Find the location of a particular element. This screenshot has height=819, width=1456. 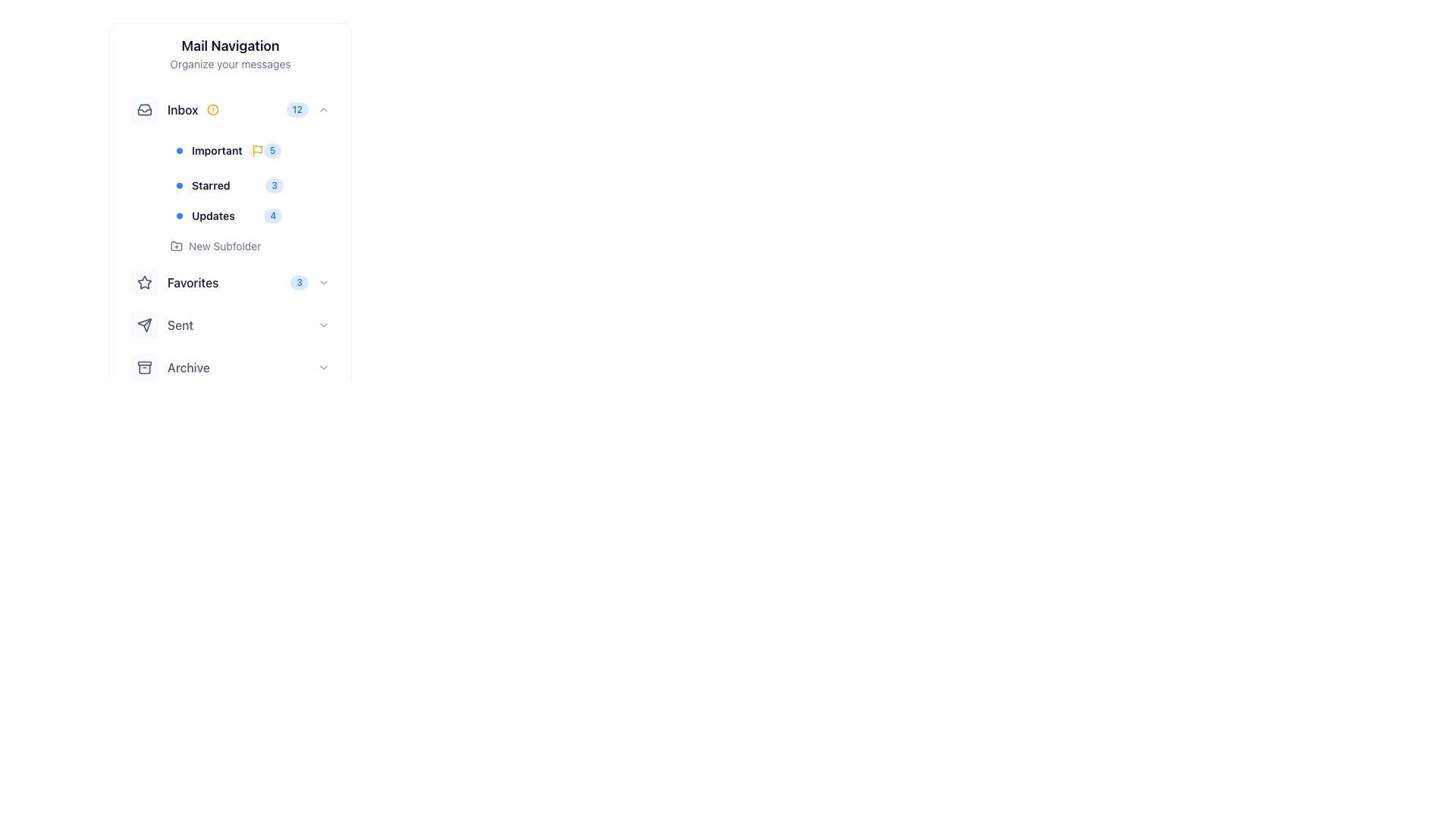

the List item in the 'Mail Navigation' section that indicates important emails and unread counts is located at coordinates (248, 151).